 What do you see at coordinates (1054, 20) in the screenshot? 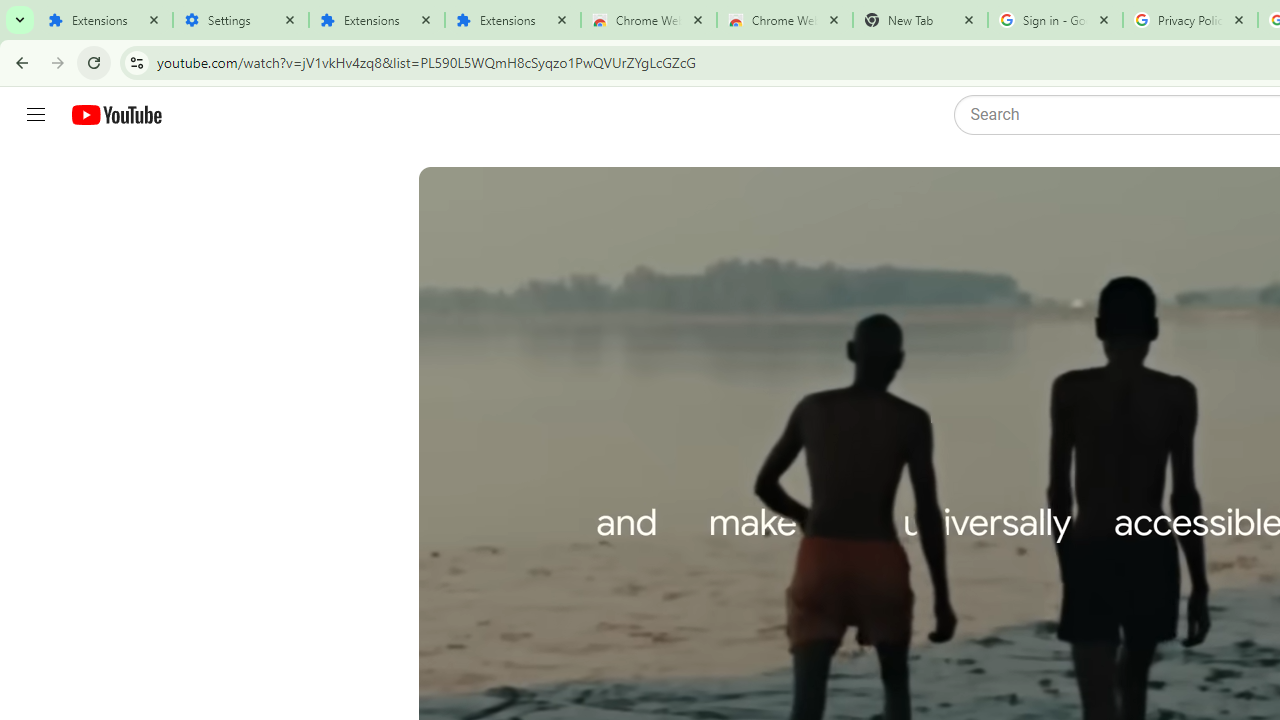
I see `'Sign in - Google Accounts'` at bounding box center [1054, 20].